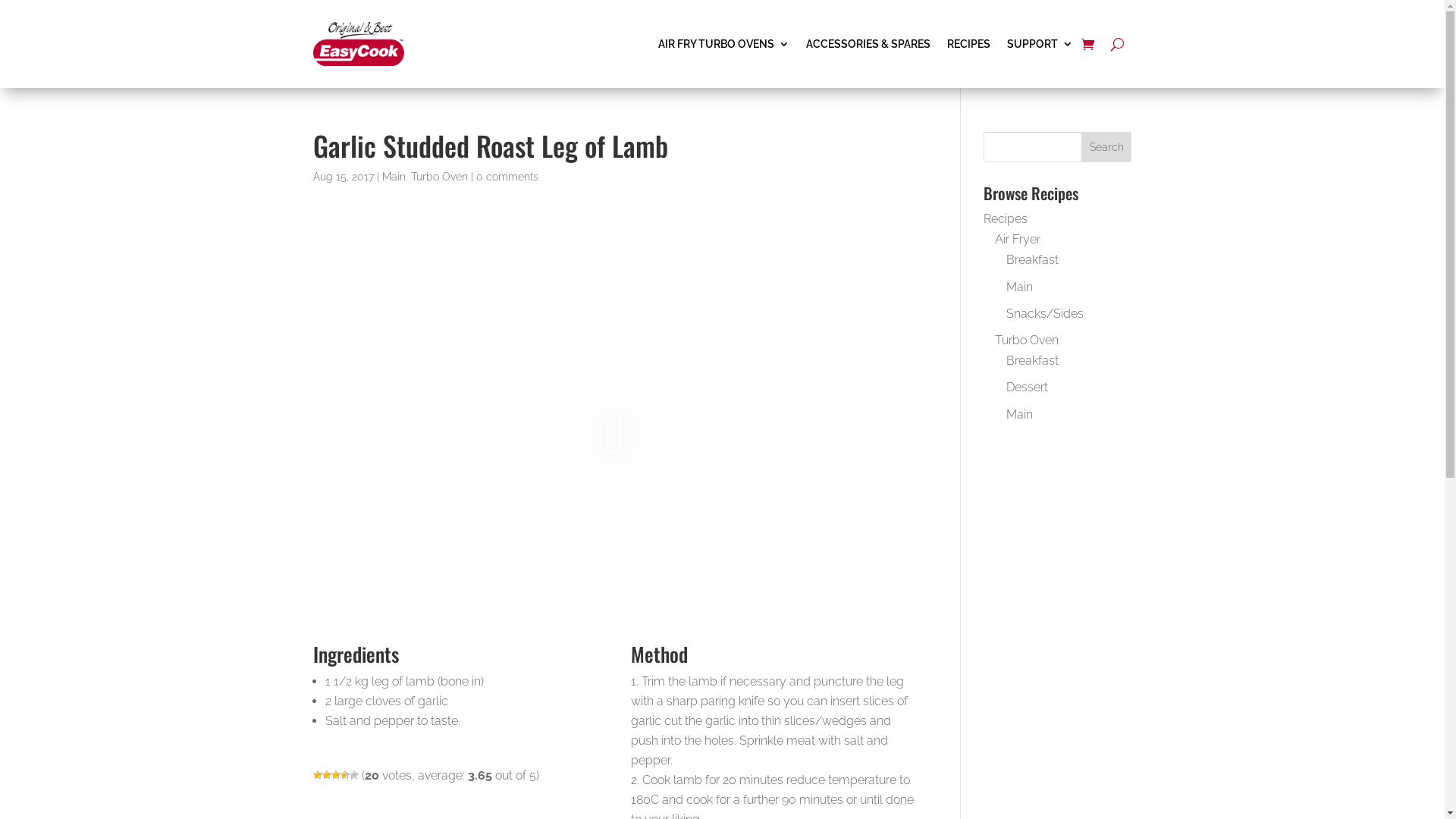  What do you see at coordinates (867, 42) in the screenshot?
I see `'ACCESSORIES & SPARES'` at bounding box center [867, 42].